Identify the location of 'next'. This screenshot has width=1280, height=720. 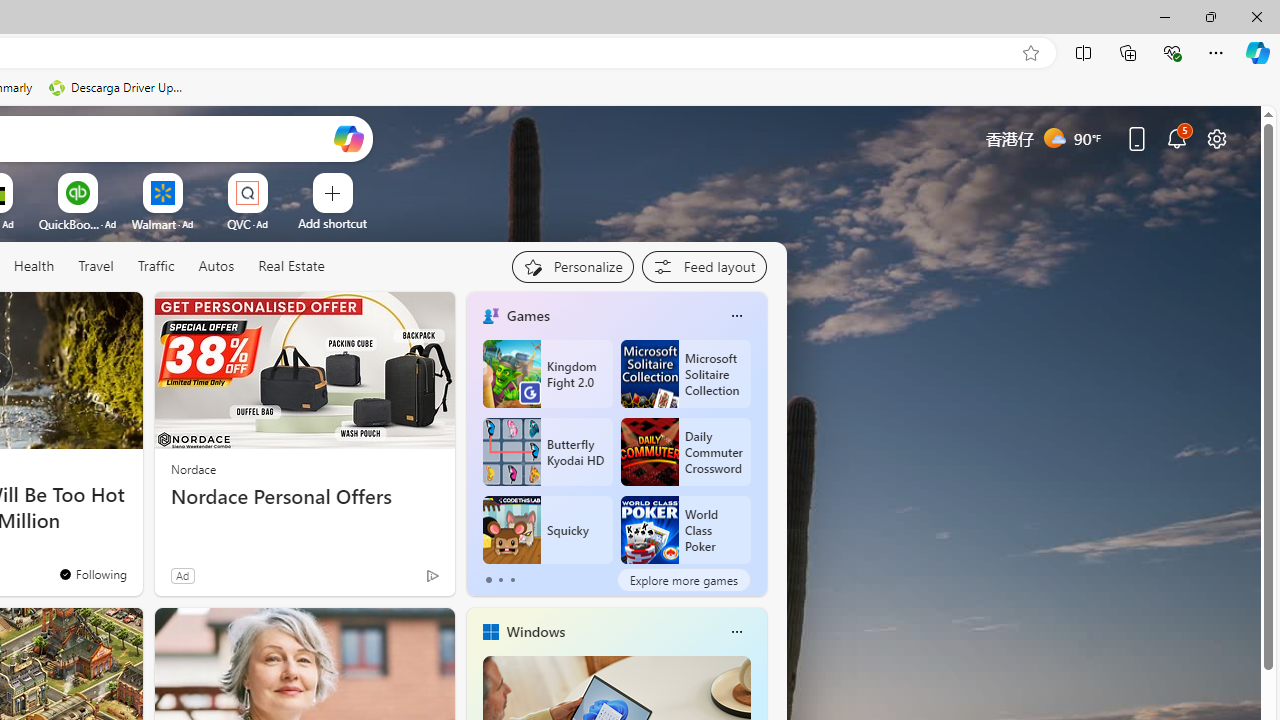
(755, 442).